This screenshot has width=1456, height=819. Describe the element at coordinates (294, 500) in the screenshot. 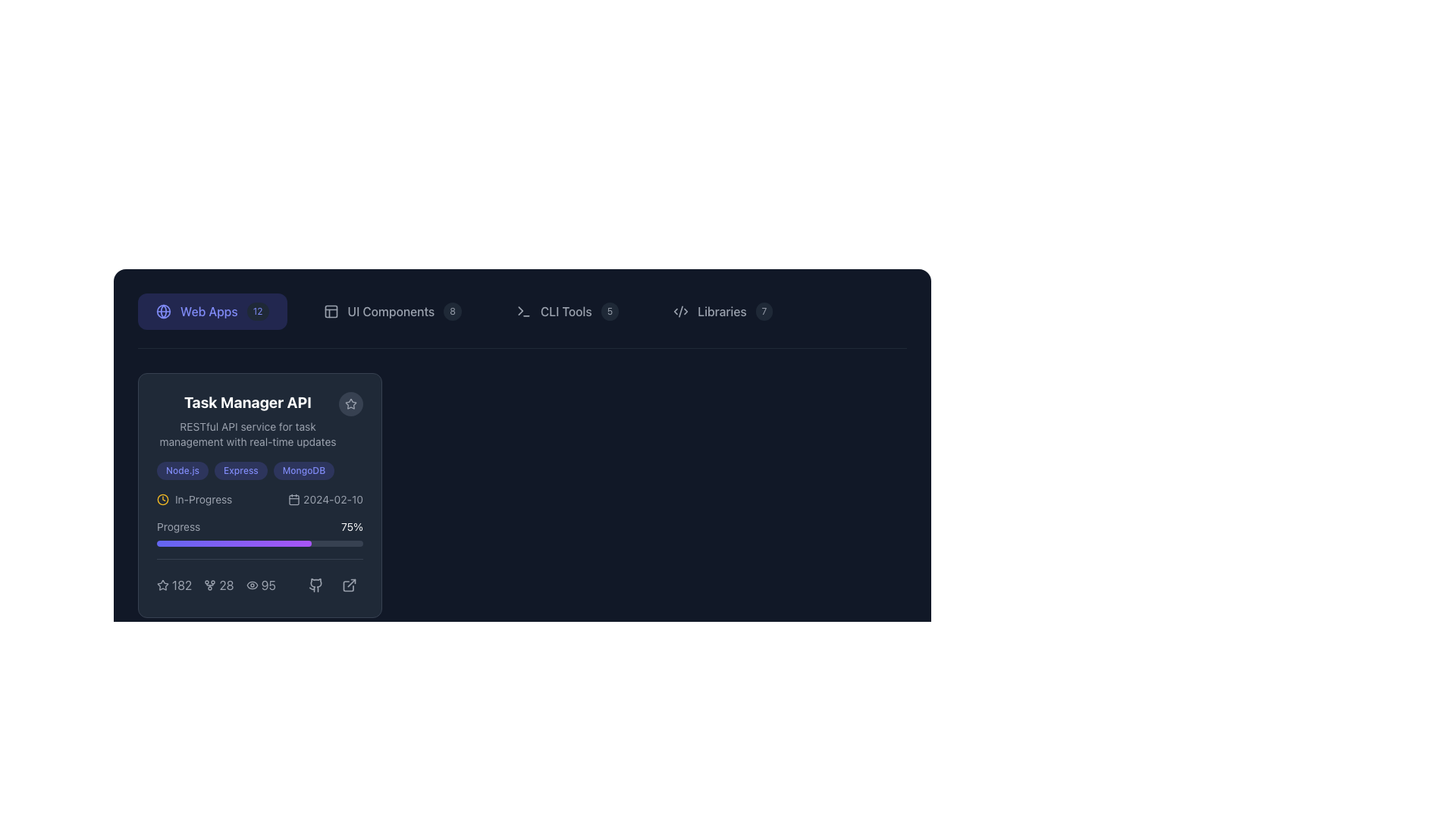

I see `the calendar icon located in the top-right area of the task details card` at that location.